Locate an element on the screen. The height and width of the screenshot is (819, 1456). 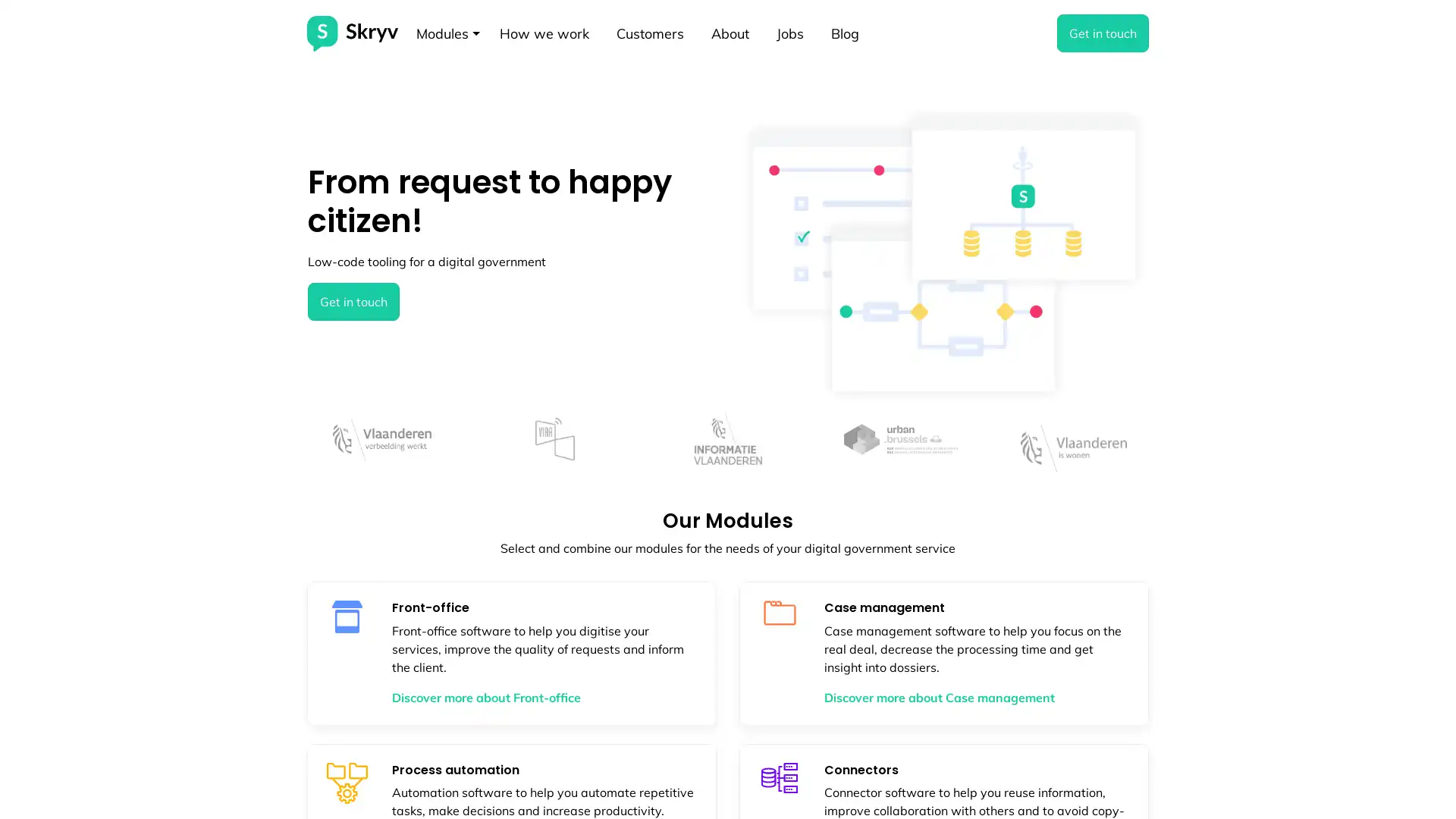
Get in touch is located at coordinates (353, 301).